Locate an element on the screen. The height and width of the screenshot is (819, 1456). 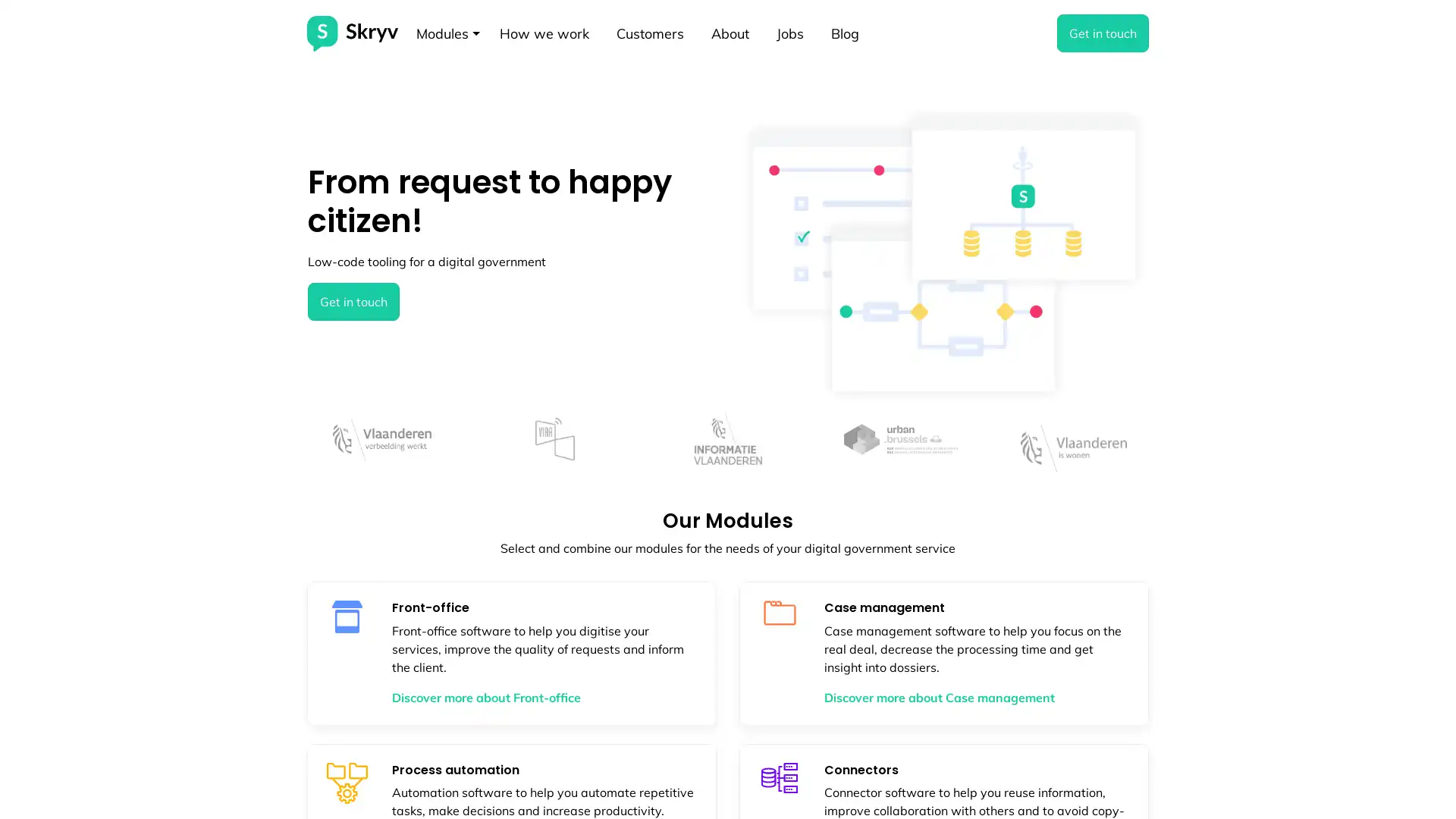
Get in touch is located at coordinates (353, 301).